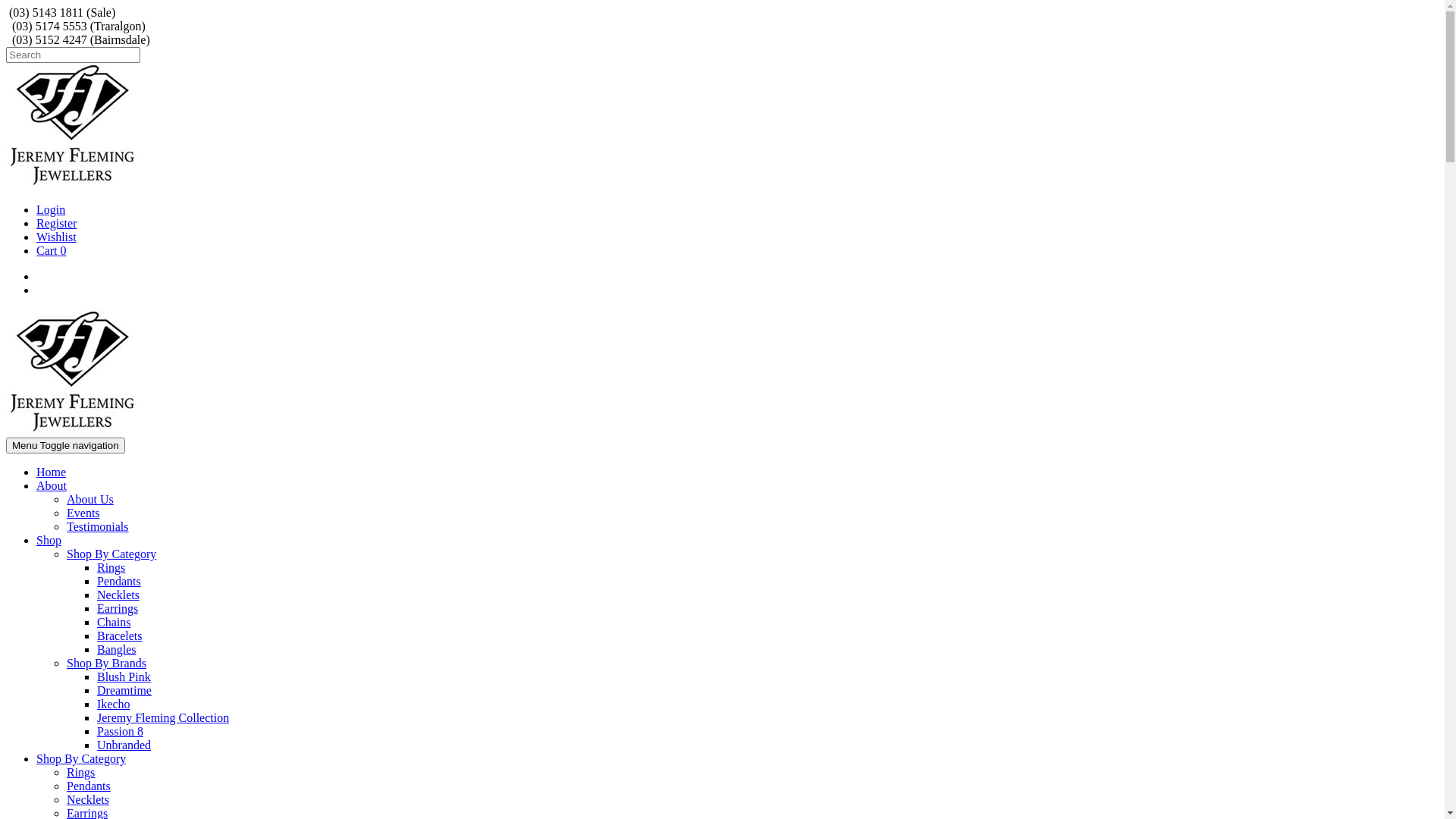 The height and width of the screenshot is (819, 1456). What do you see at coordinates (80, 772) in the screenshot?
I see `'Rings'` at bounding box center [80, 772].